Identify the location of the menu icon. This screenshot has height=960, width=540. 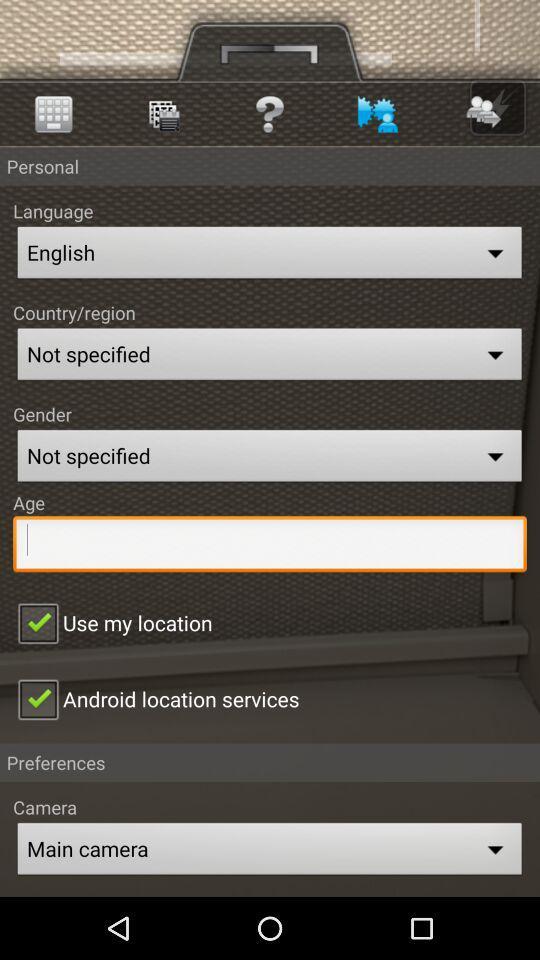
(416, 34).